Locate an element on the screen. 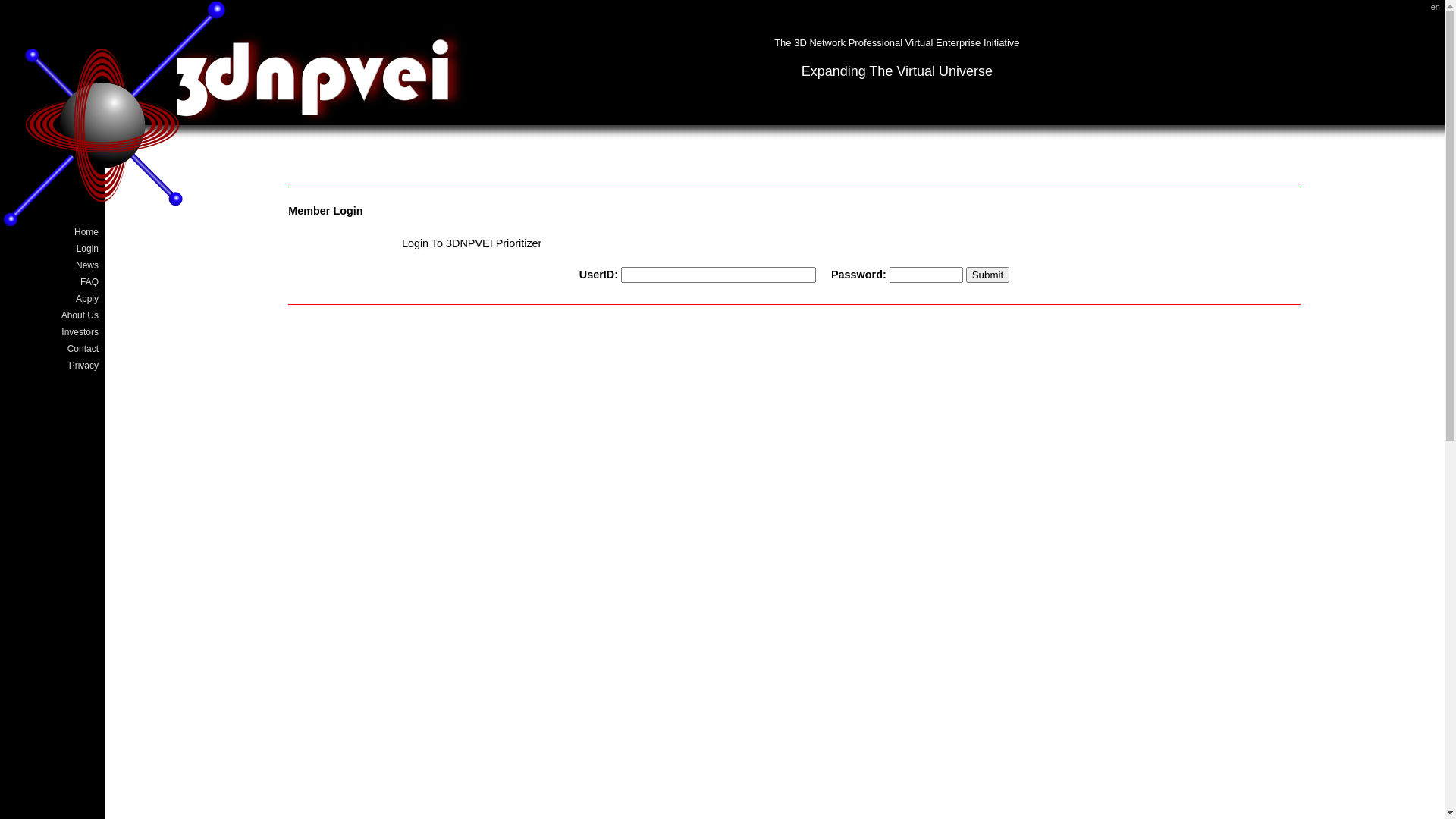 Image resolution: width=1456 pixels, height=819 pixels. 'About Us' is located at coordinates (53, 315).